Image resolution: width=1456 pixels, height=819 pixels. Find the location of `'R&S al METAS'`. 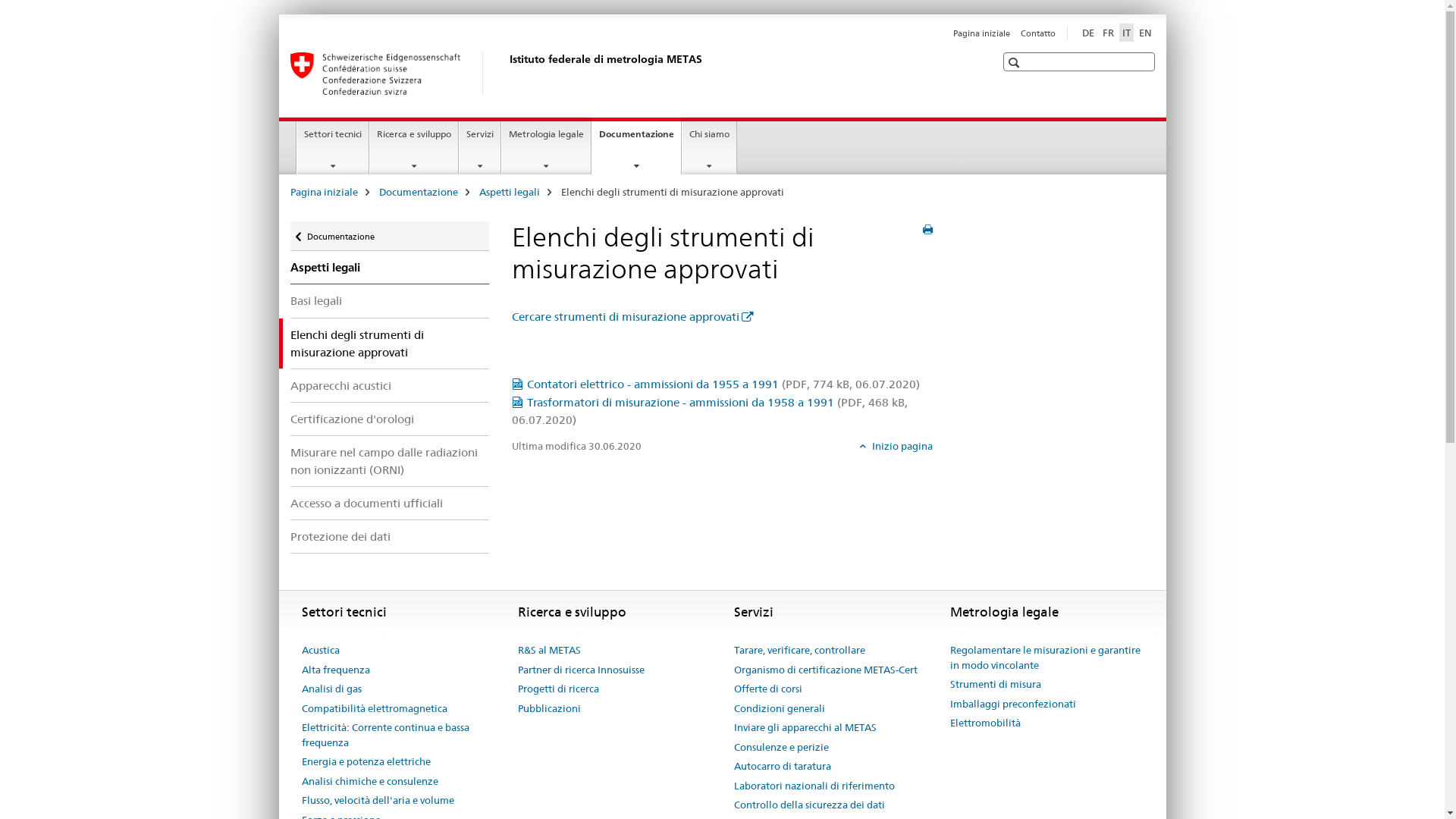

'R&S al METAS' is located at coordinates (548, 649).